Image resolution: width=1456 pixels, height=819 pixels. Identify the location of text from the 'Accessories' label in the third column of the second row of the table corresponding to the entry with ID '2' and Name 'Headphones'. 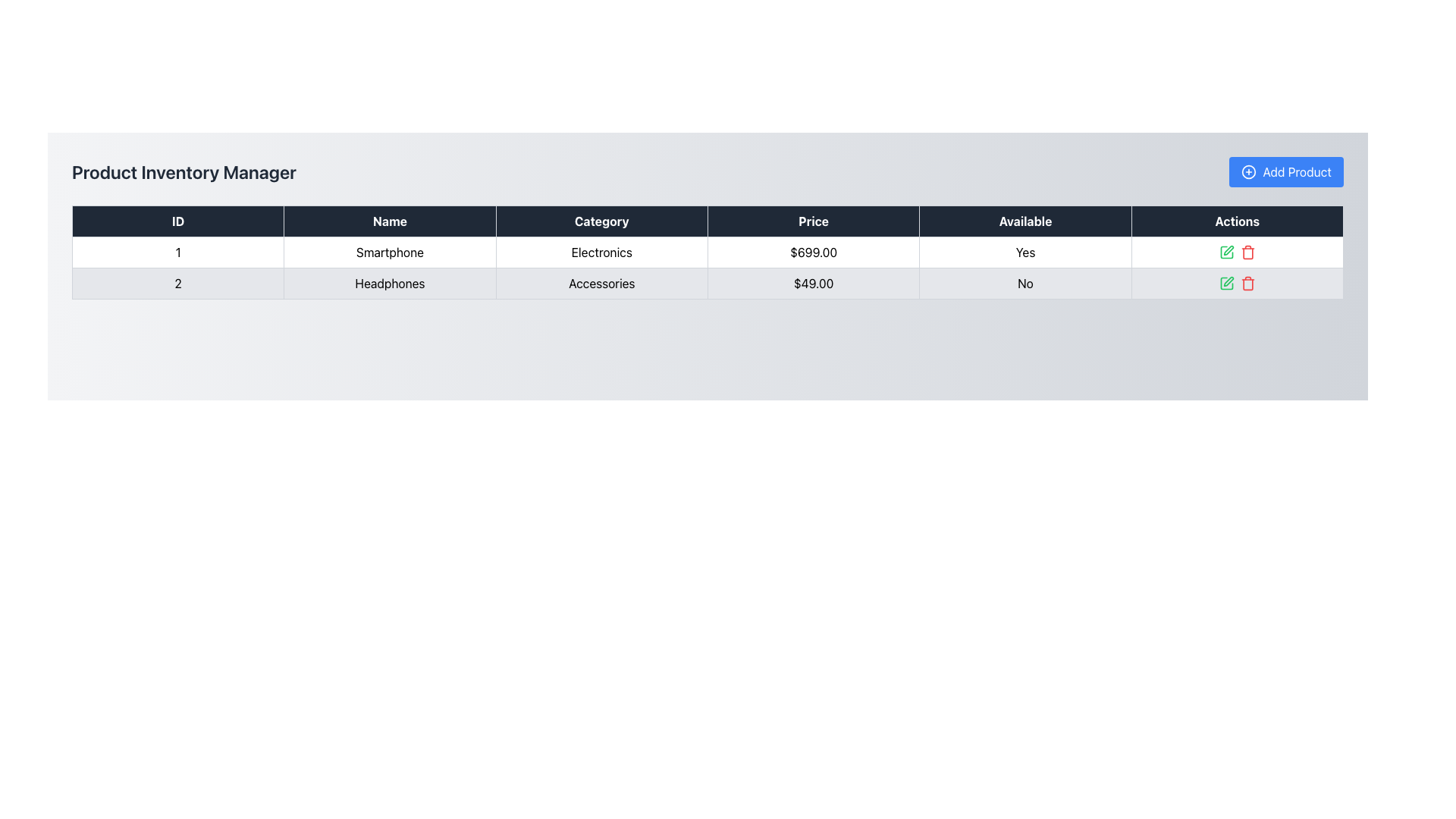
(601, 284).